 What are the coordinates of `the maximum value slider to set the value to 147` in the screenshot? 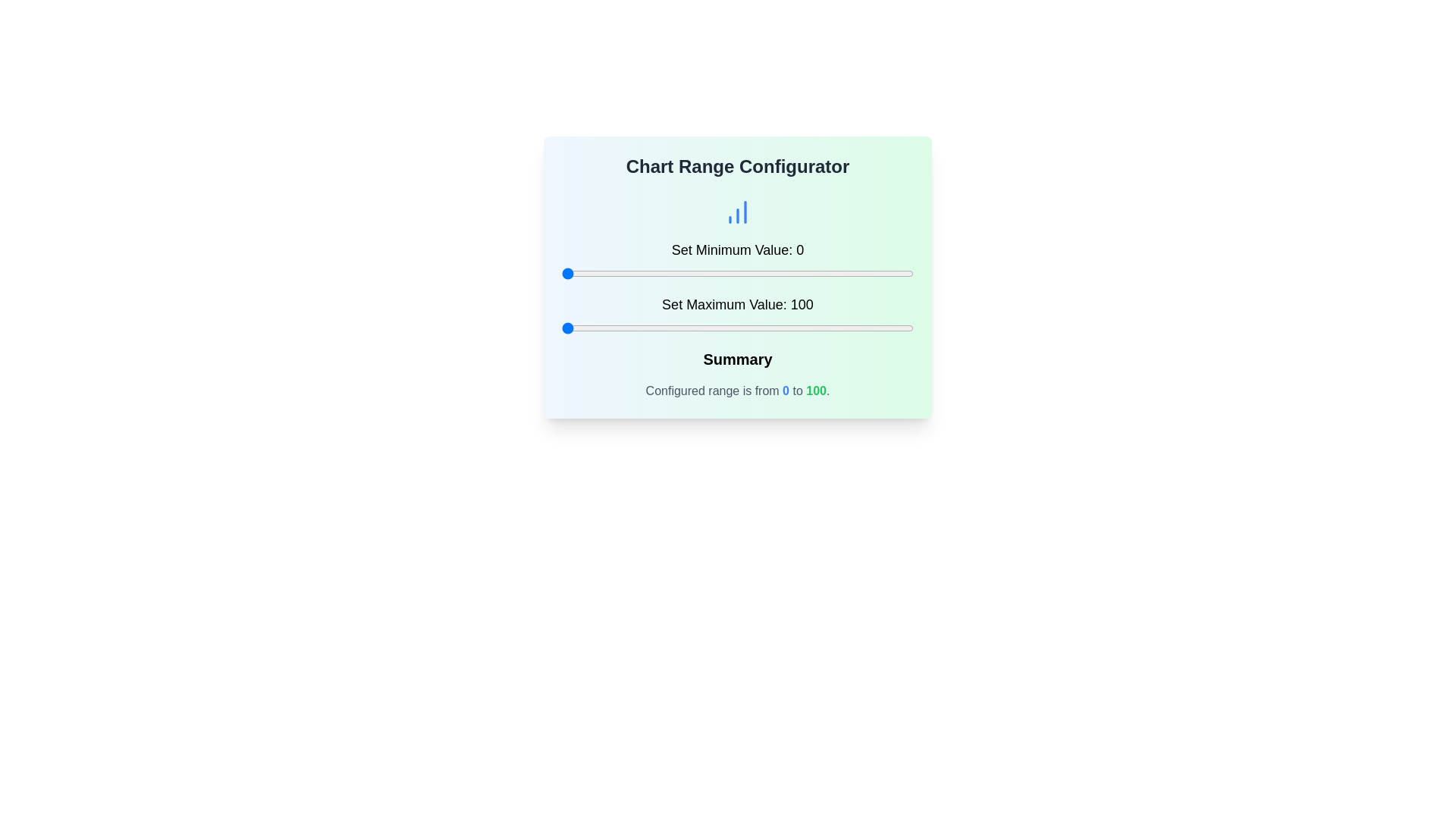 It's located at (726, 327).